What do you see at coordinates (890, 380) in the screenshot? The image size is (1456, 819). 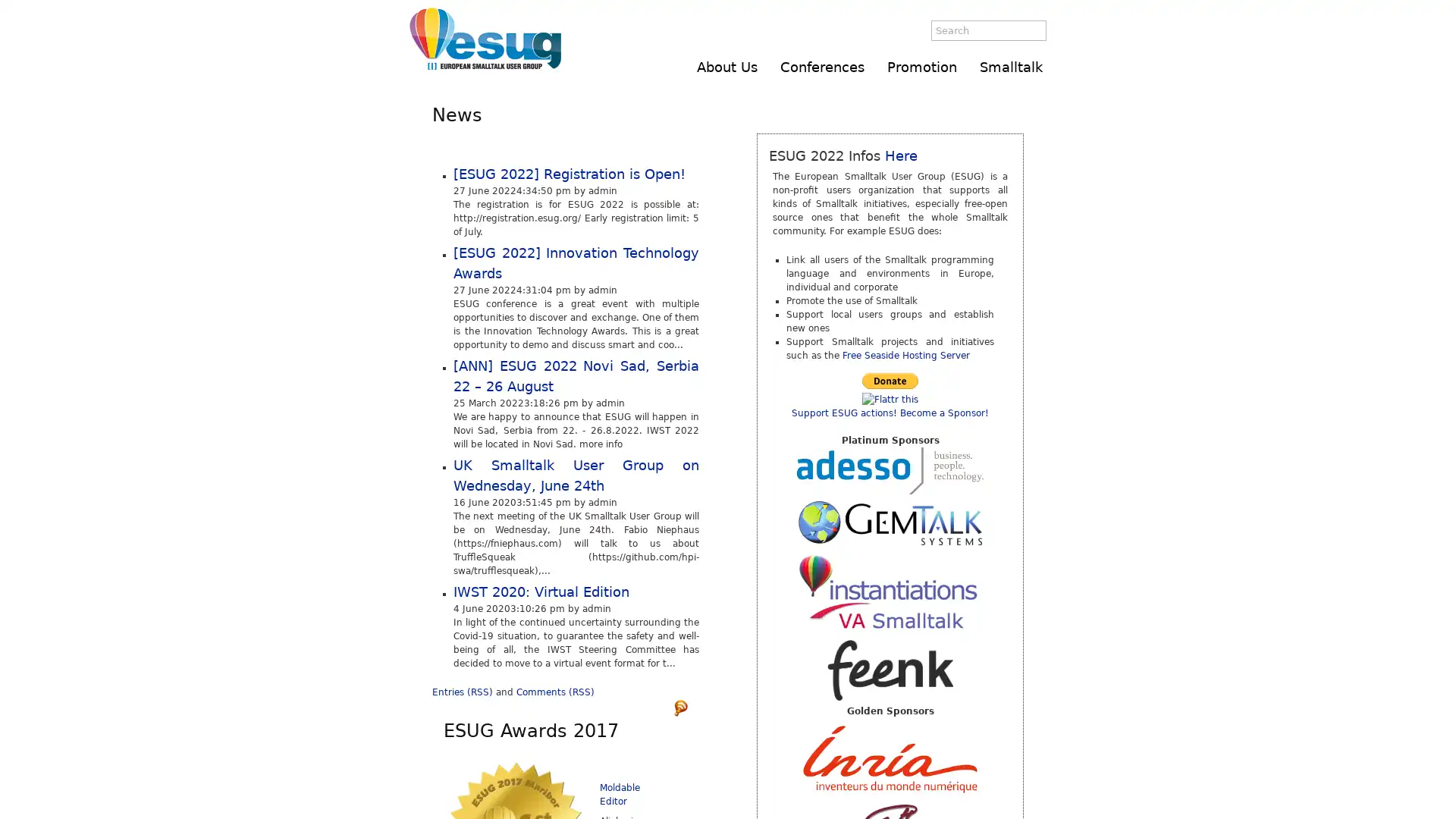 I see `Make payments with PayPal - it's fast, free and secure!` at bounding box center [890, 380].